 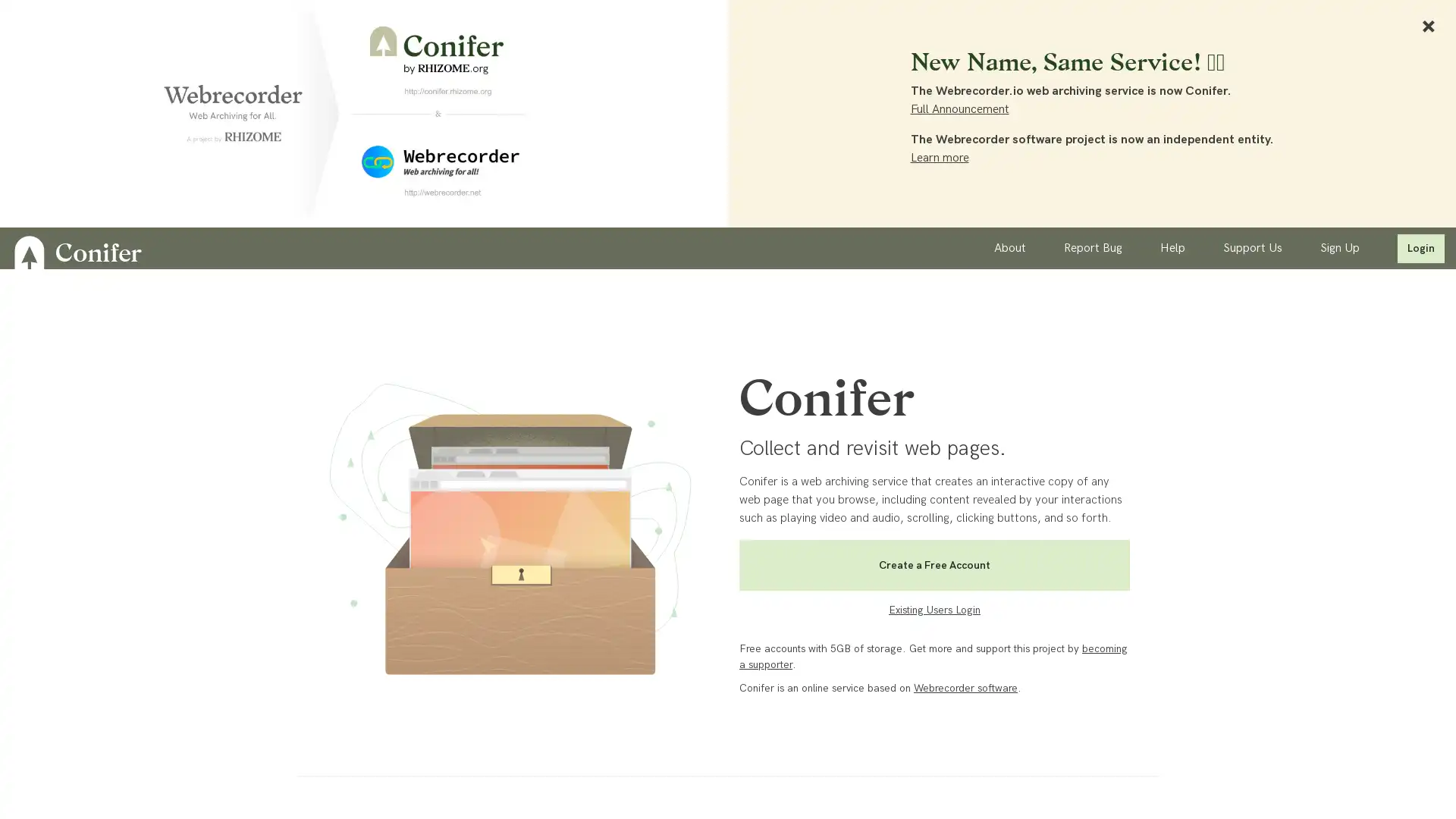 I want to click on Dismiss Conifer Announcement, so click(x=1427, y=26).